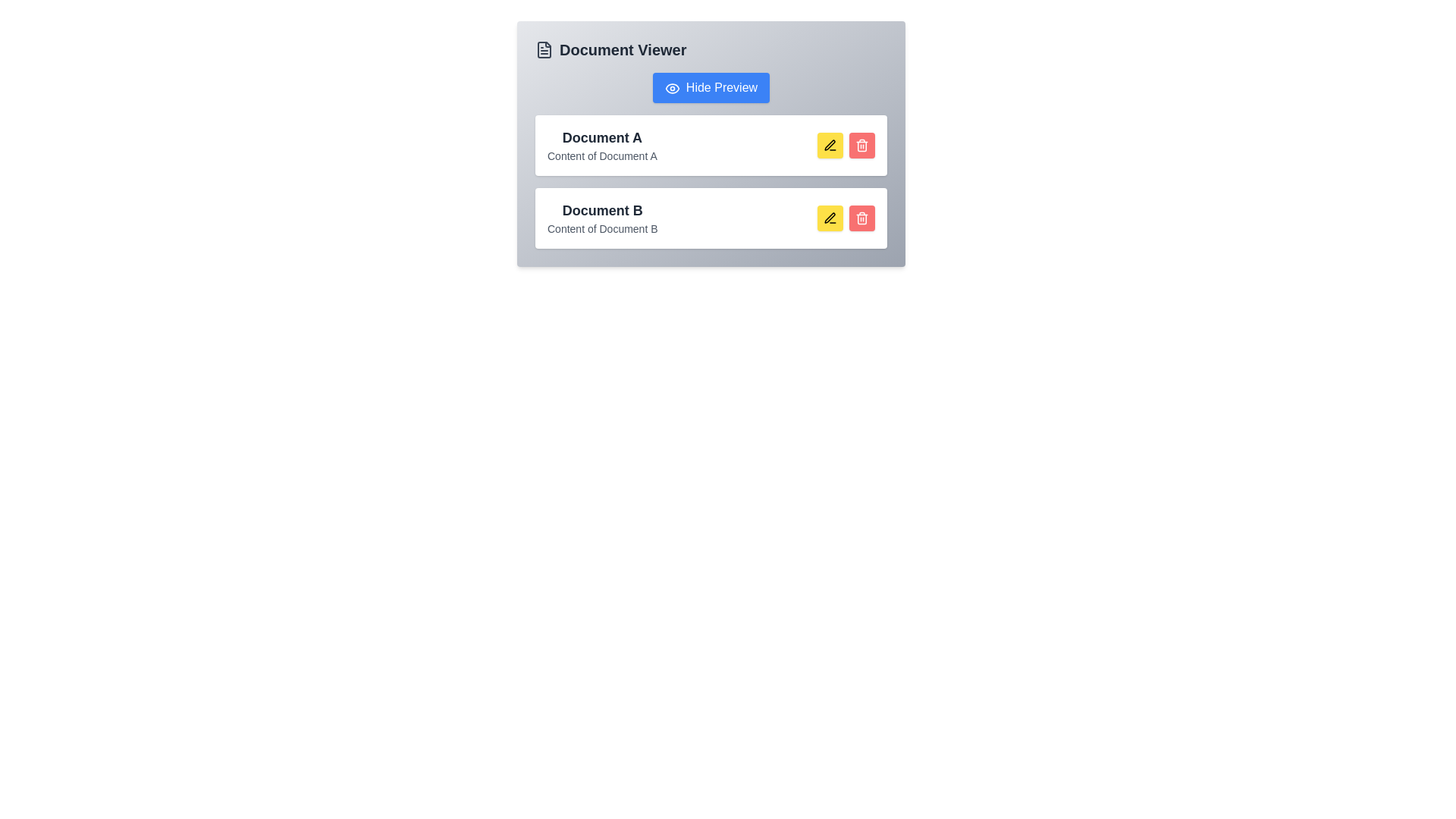 This screenshot has width=1456, height=819. What do you see at coordinates (601, 228) in the screenshot?
I see `the text label that provides additional content information related to the 'Document B' section, positioned directly beneath the heading 'Document B' in the 'Document Viewer' section` at bounding box center [601, 228].